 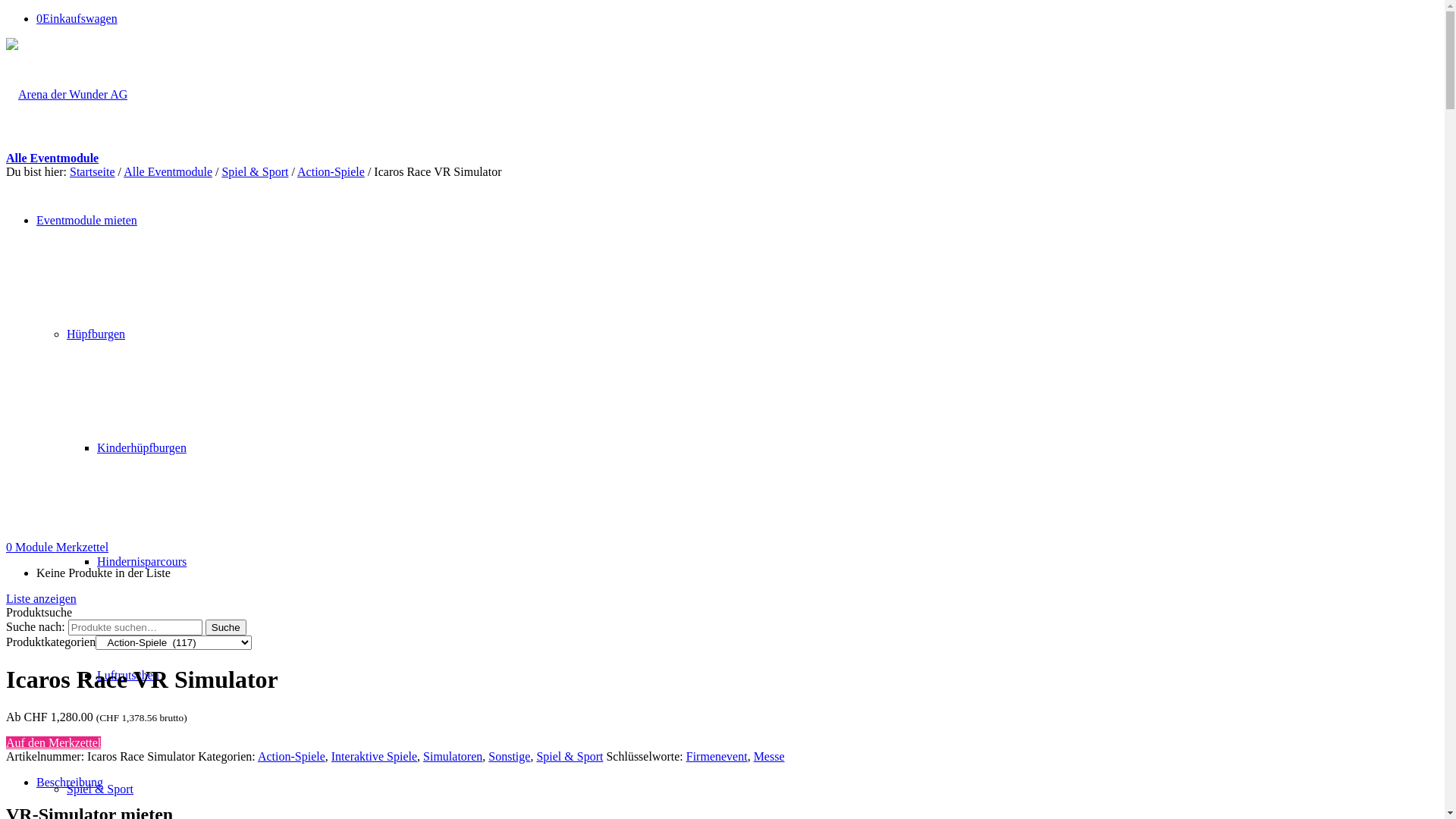 What do you see at coordinates (86, 220) in the screenshot?
I see `'Eventmodule mieten'` at bounding box center [86, 220].